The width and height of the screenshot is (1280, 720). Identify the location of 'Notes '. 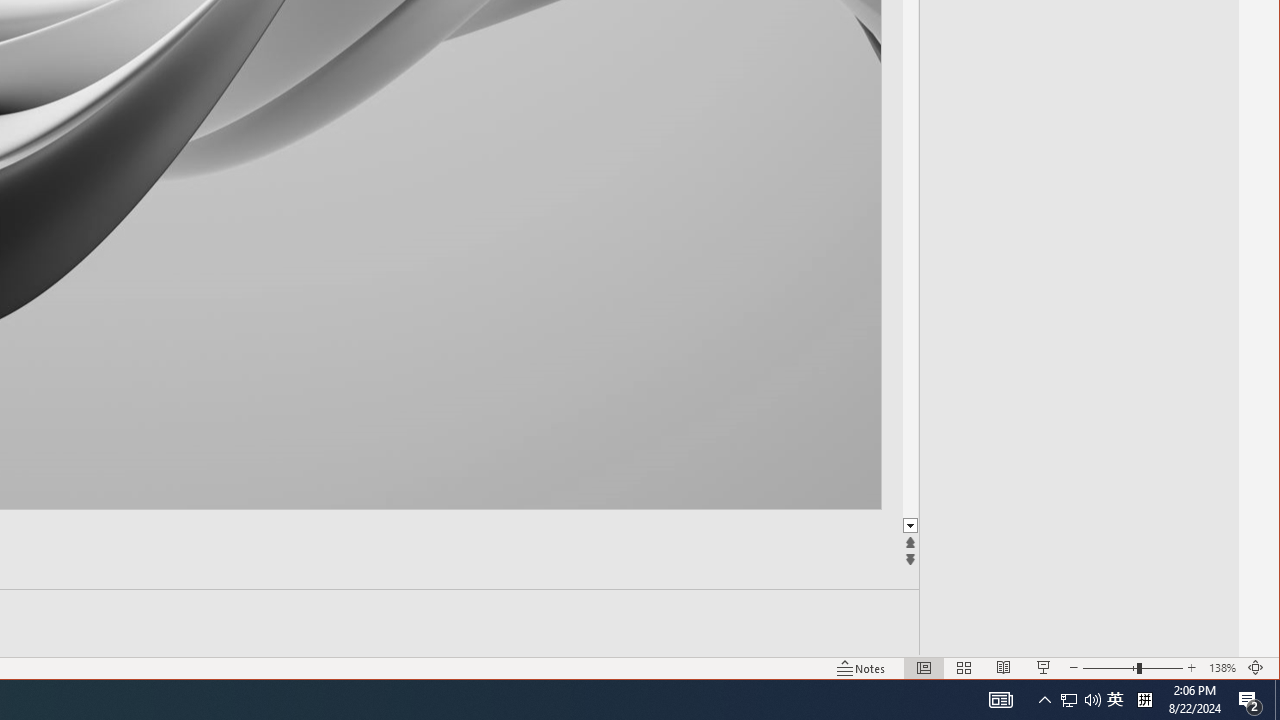
(861, 668).